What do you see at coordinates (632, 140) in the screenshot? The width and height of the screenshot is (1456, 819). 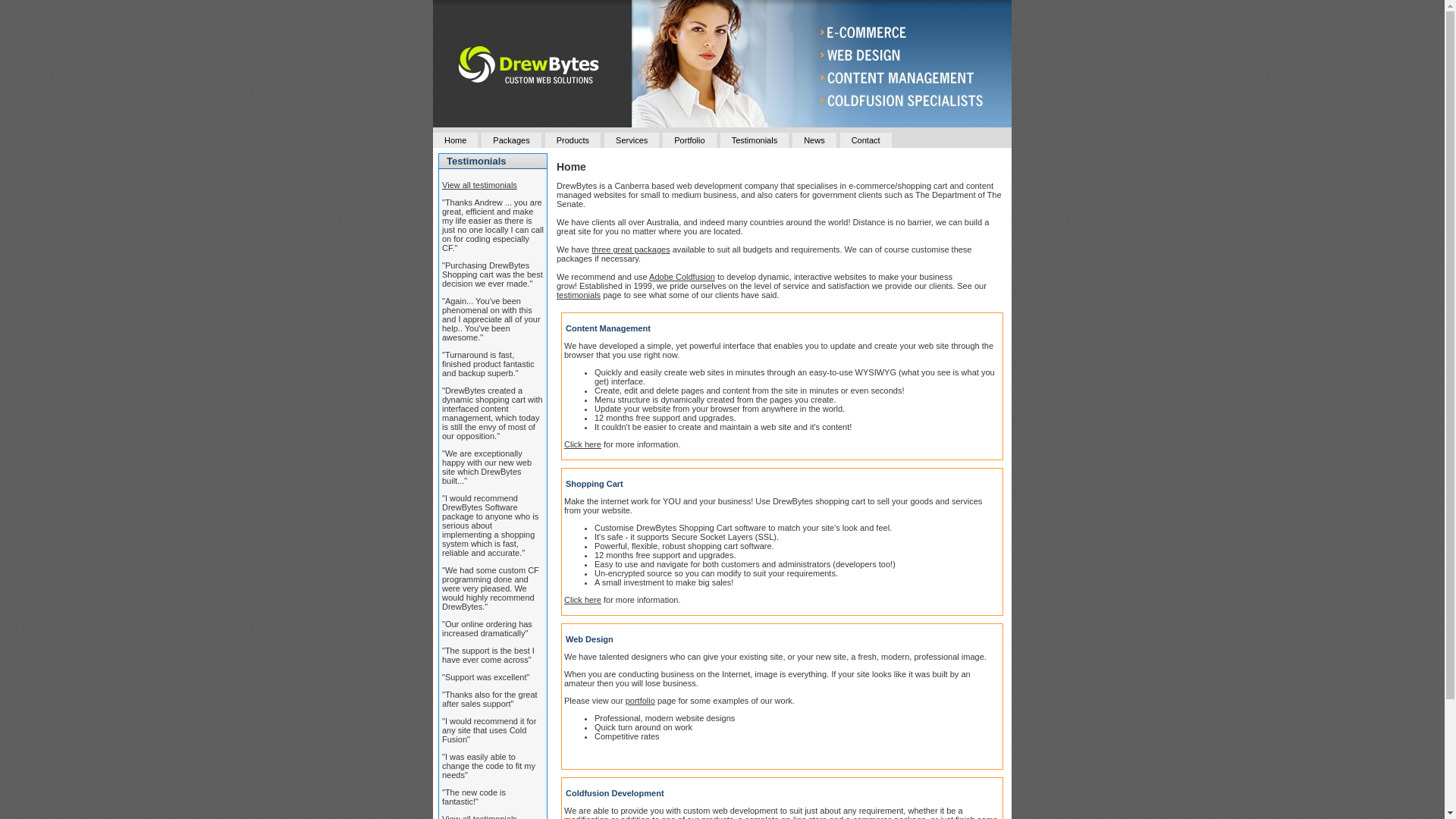 I see `'Services'` at bounding box center [632, 140].